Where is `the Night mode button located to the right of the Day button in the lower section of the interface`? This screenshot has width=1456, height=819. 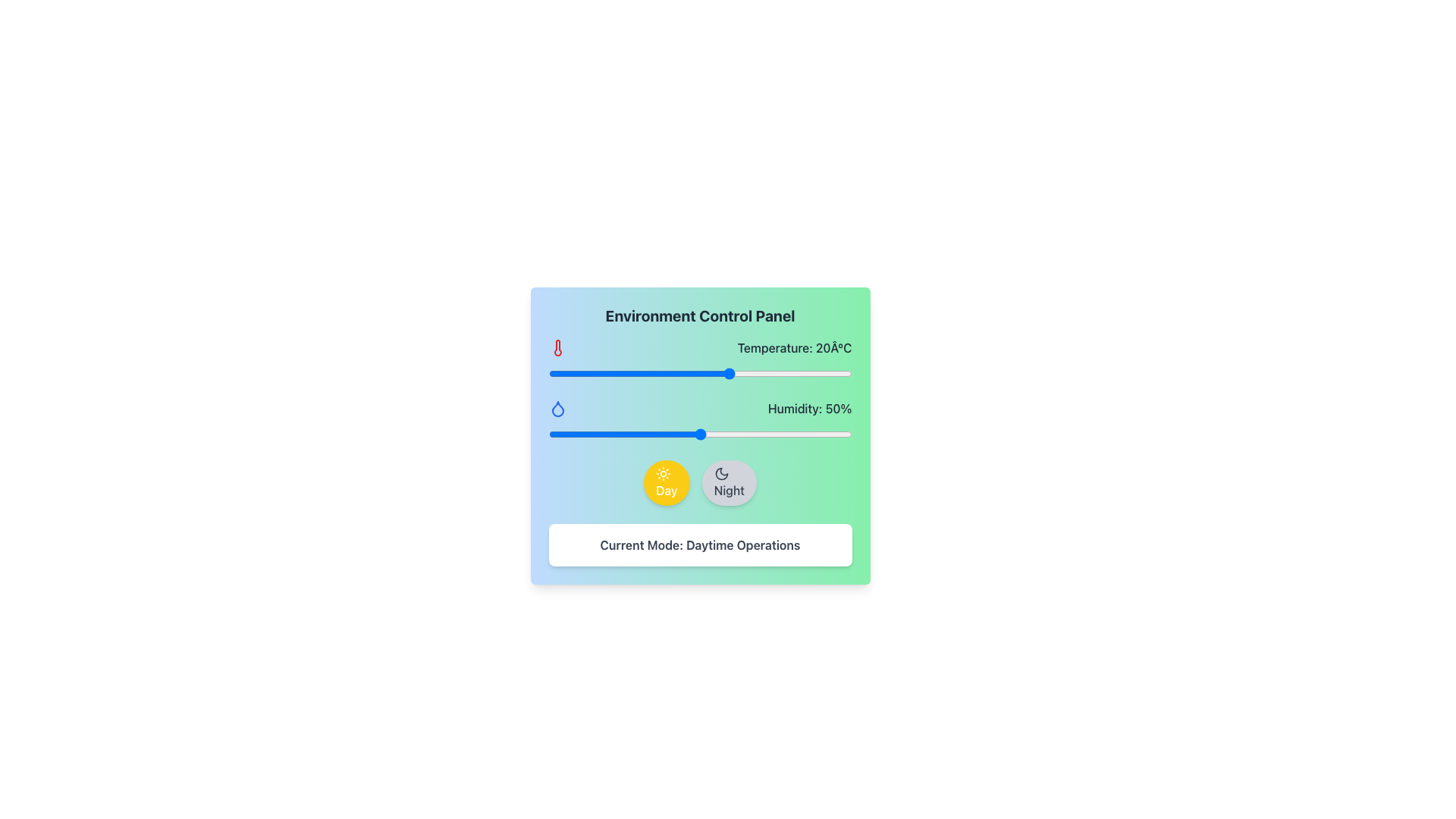 the Night mode button located to the right of the Day button in the lower section of the interface is located at coordinates (729, 482).